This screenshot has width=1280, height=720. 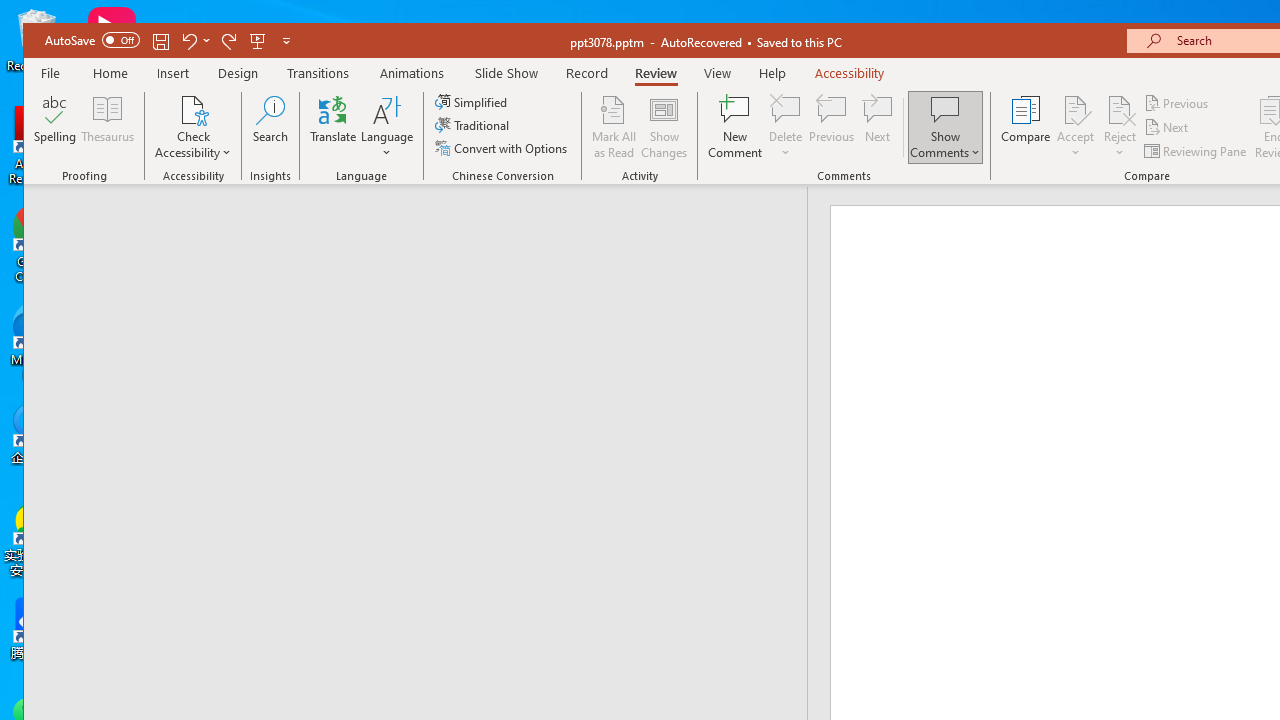 I want to click on 'Check Accessibility', so click(x=193, y=109).